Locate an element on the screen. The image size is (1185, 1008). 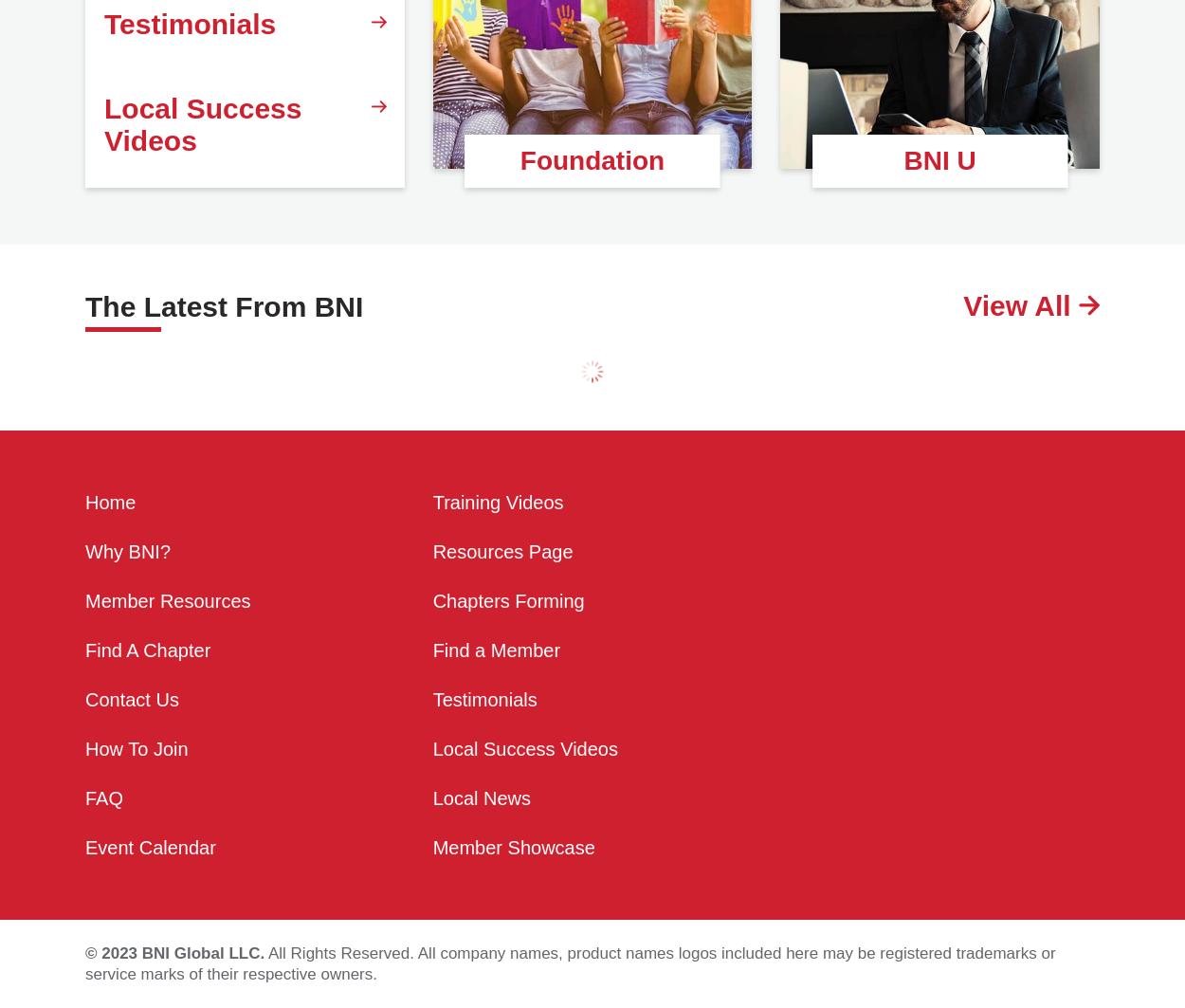
'BNI U' is located at coordinates (938, 159).